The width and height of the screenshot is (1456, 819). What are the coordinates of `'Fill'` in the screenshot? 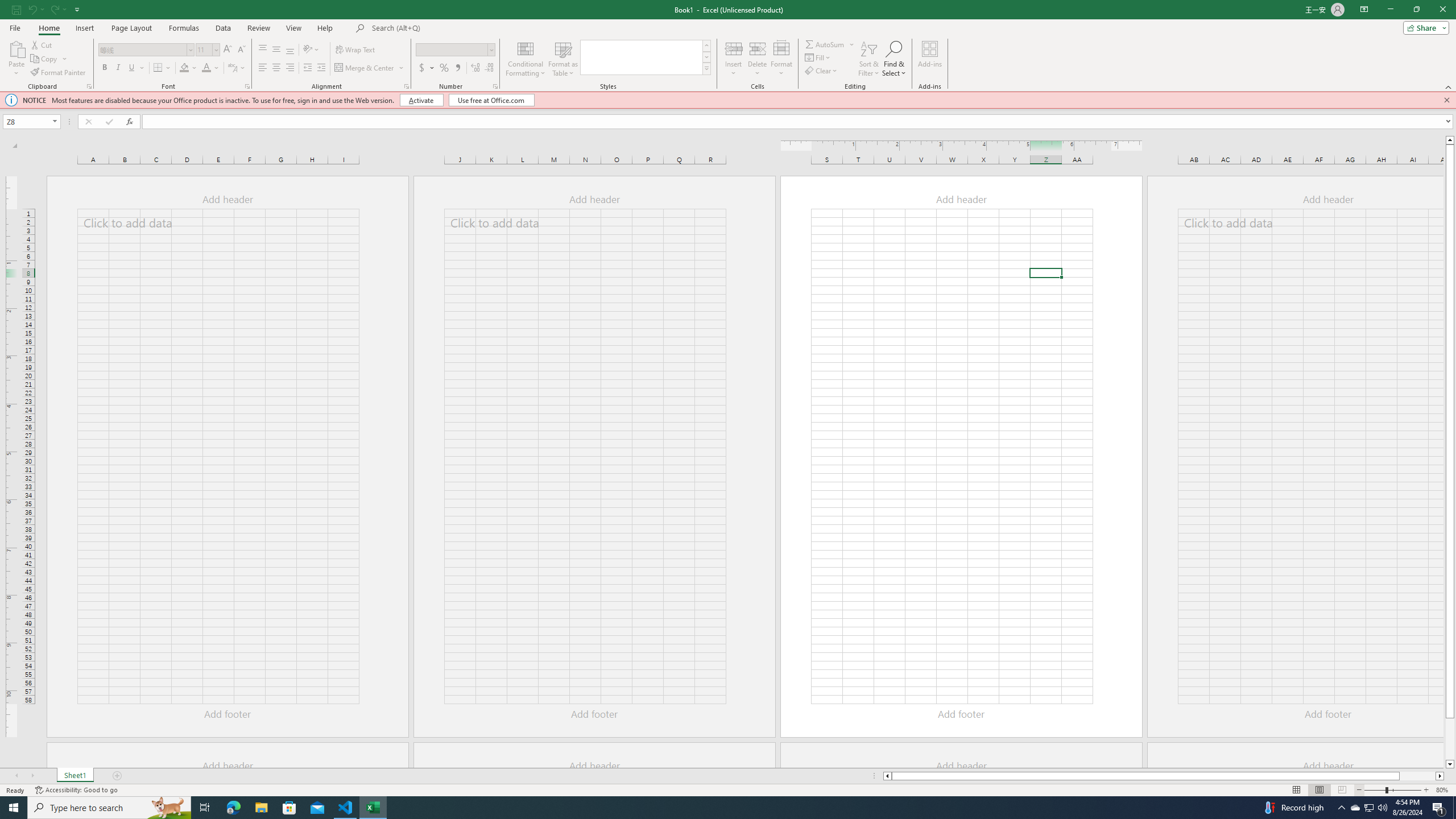 It's located at (818, 56).